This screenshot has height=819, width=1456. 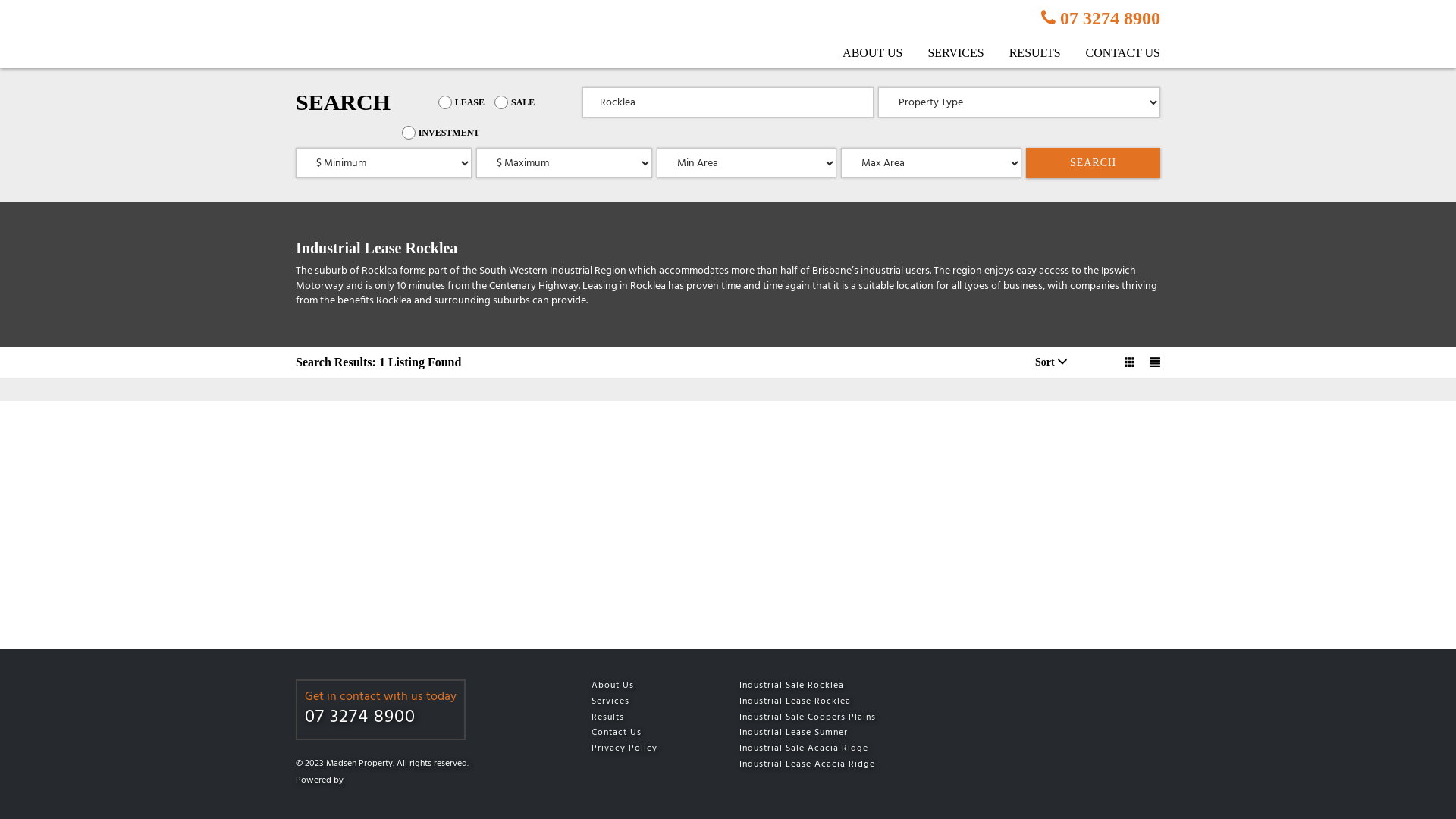 What do you see at coordinates (838, 732) in the screenshot?
I see `'Industrial Lease Sumner'` at bounding box center [838, 732].